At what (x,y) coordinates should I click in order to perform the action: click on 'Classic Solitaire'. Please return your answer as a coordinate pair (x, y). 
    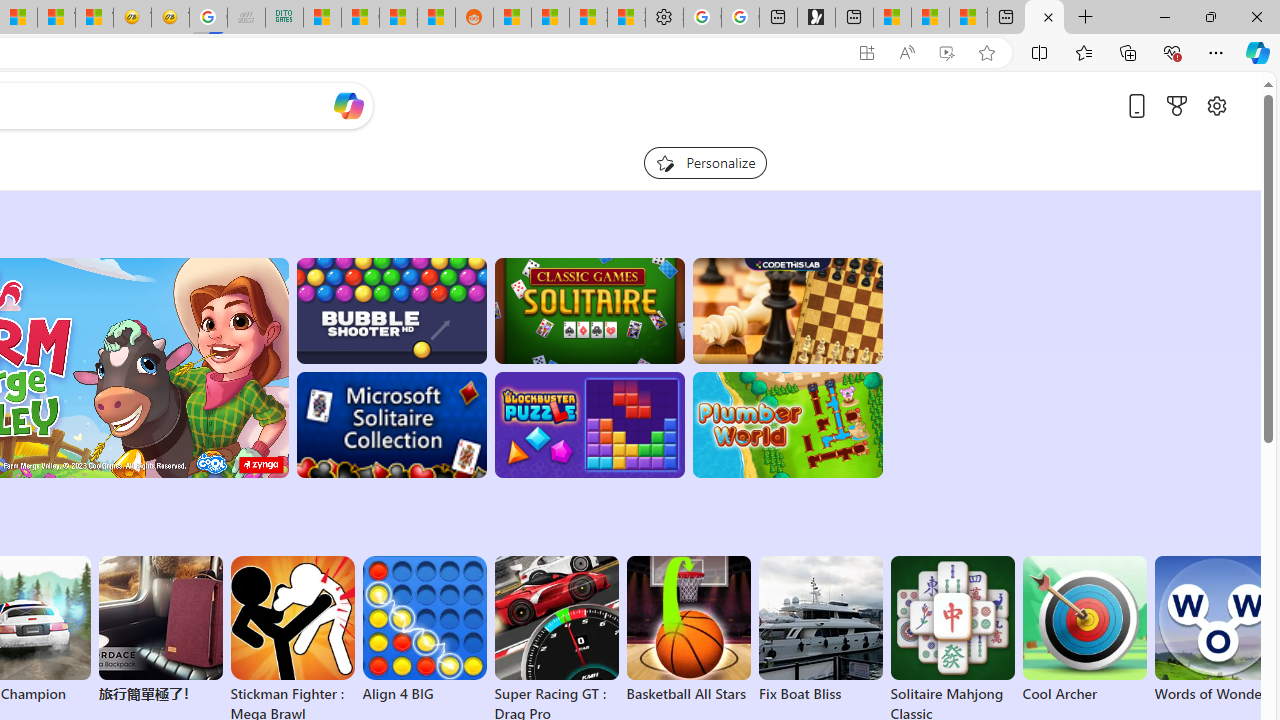
    Looking at the image, I should click on (588, 311).